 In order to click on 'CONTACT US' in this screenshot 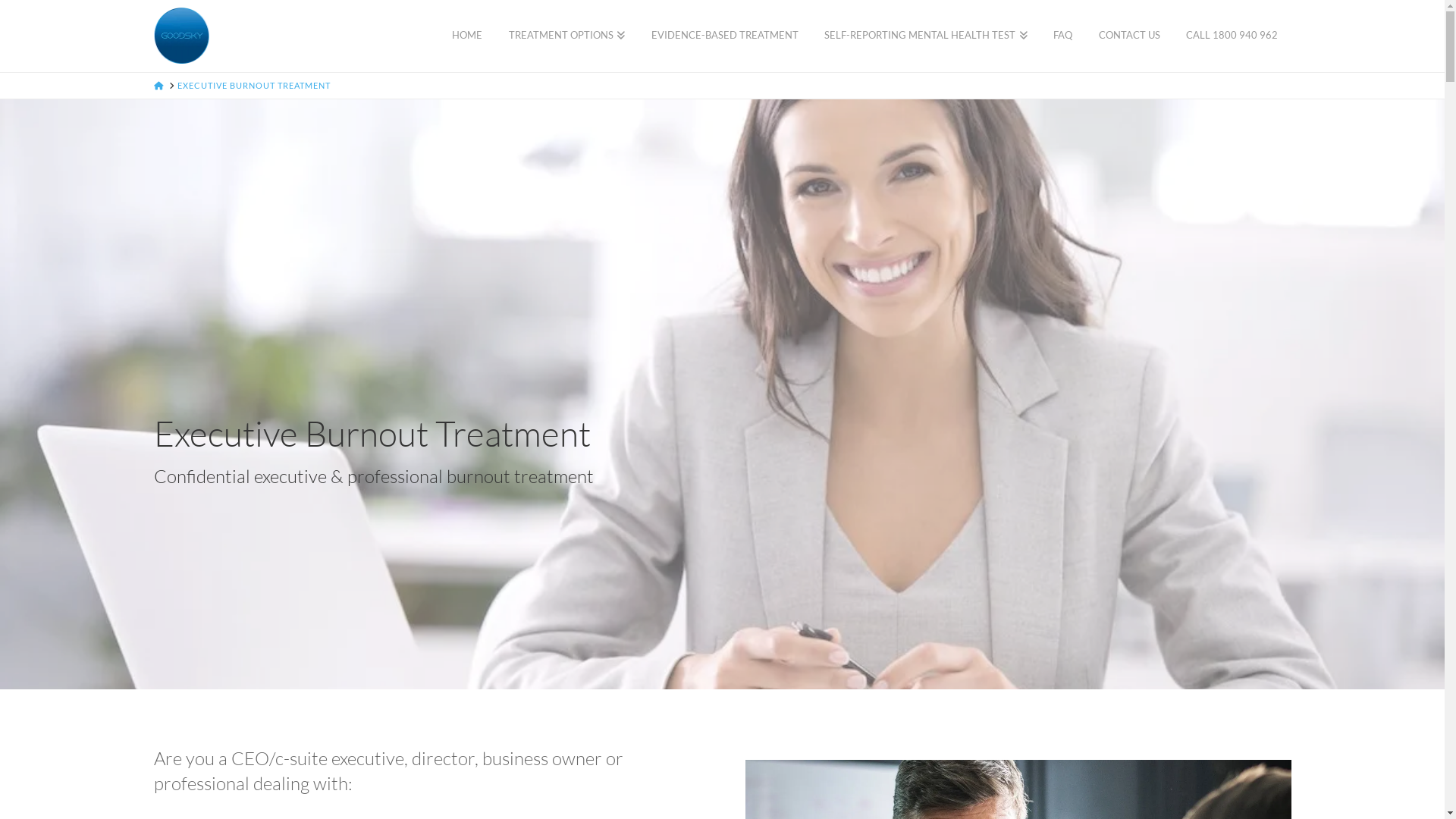, I will do `click(1129, 35)`.